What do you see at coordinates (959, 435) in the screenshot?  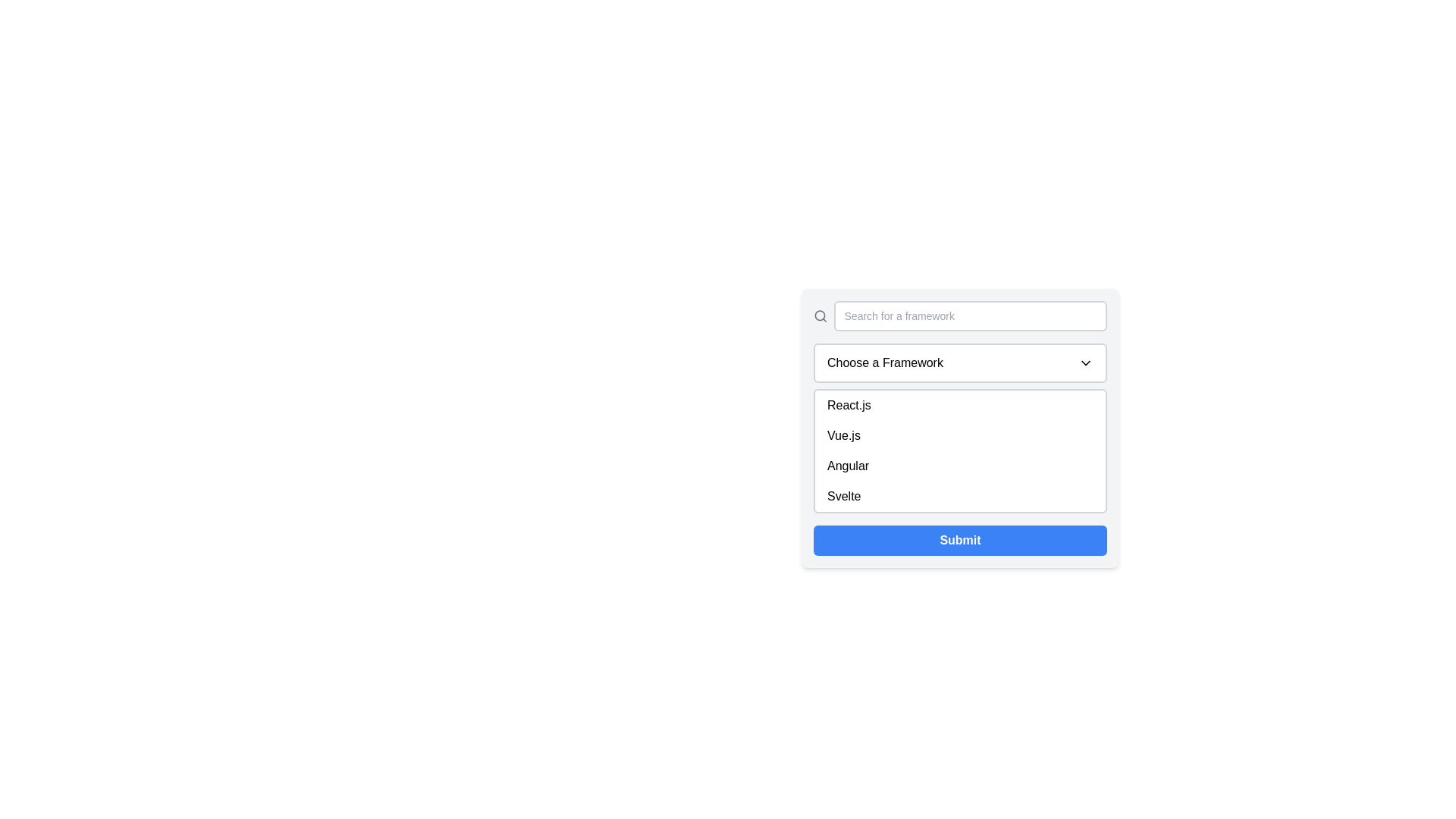 I see `the 'Vue.js' option in the dropdown menu, which is the second item below 'React.js' and above 'Angular'` at bounding box center [959, 435].